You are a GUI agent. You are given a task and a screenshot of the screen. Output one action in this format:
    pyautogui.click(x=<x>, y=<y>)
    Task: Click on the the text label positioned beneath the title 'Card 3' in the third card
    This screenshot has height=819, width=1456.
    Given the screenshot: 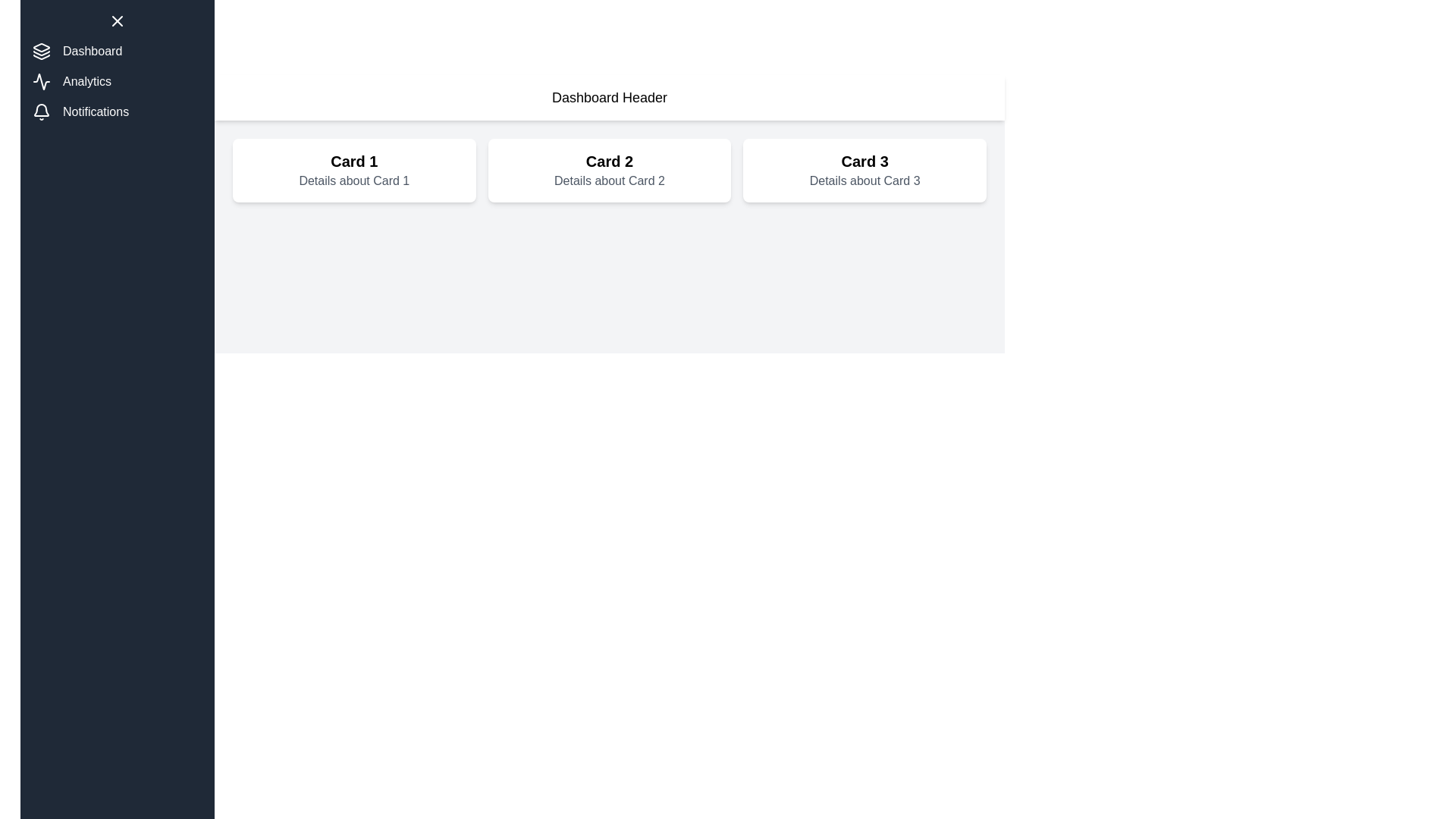 What is the action you would take?
    pyautogui.click(x=864, y=180)
    